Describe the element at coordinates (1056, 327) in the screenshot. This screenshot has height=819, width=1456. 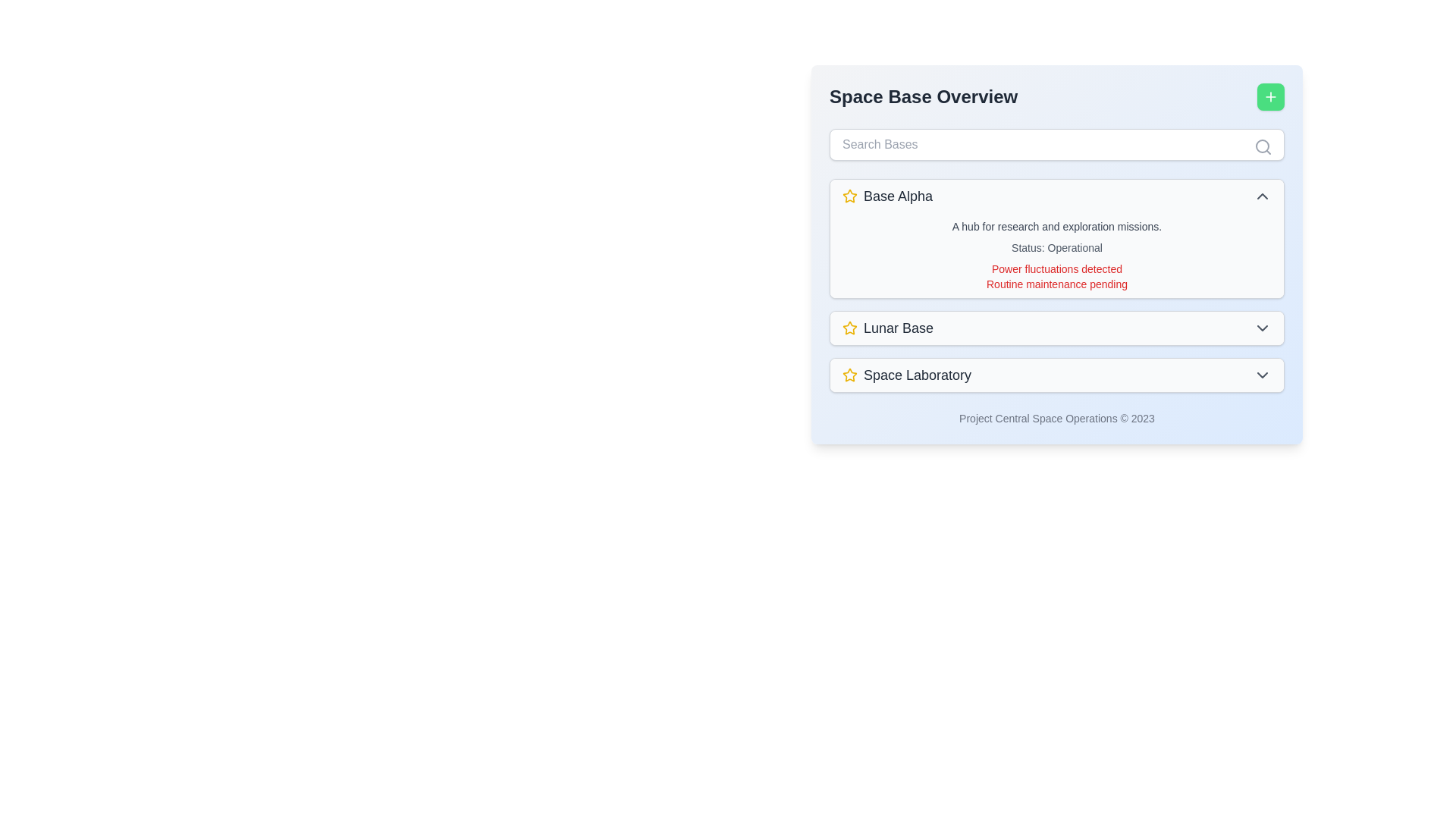
I see `the second item in the interactive list, which represents 'Lunar Base'` at that location.